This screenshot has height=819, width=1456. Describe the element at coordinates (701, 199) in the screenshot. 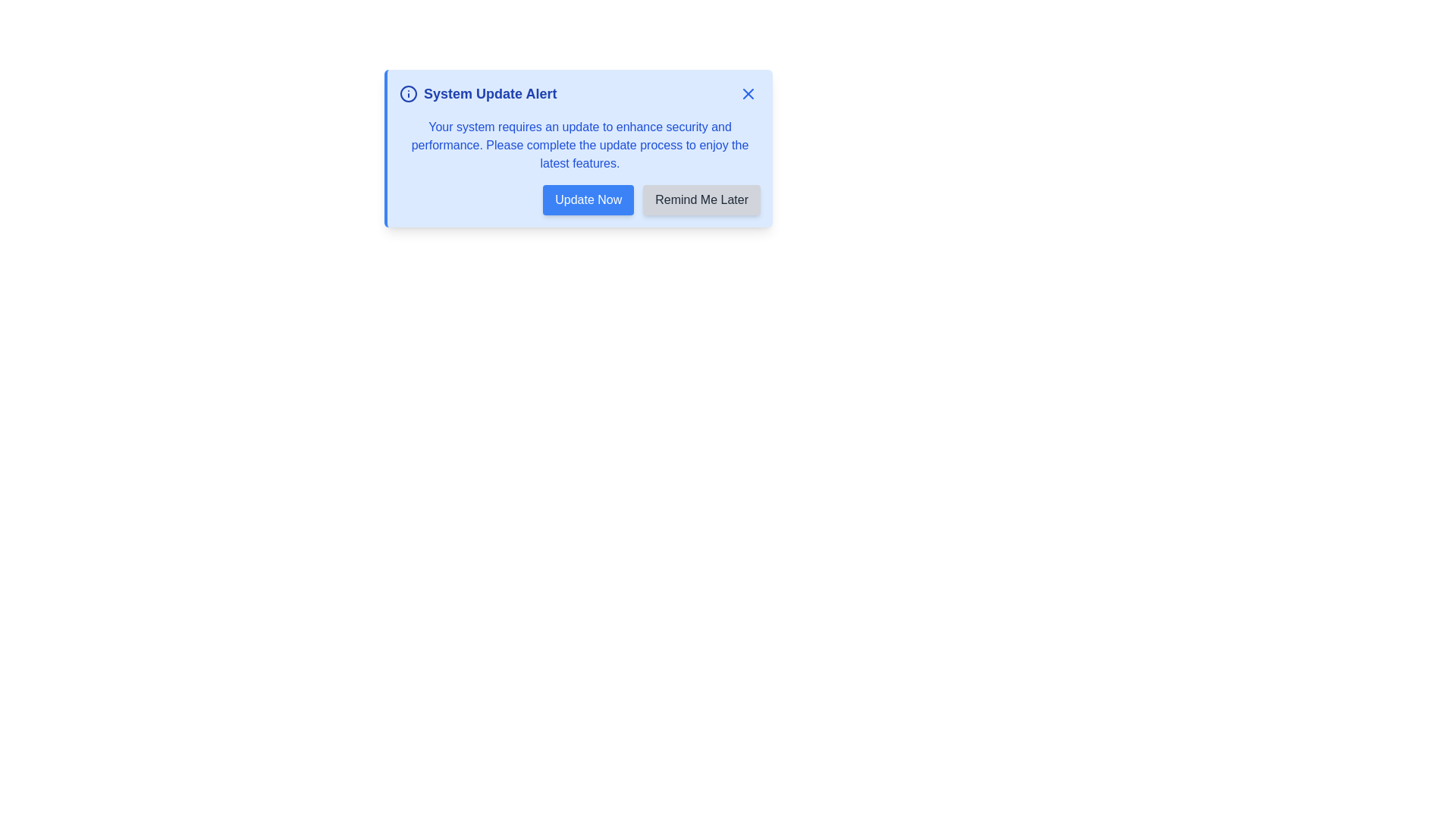

I see `the postpone button located in the lower right section of the dialog box, to the right of the 'Update Now' button, to postpone the action` at that location.